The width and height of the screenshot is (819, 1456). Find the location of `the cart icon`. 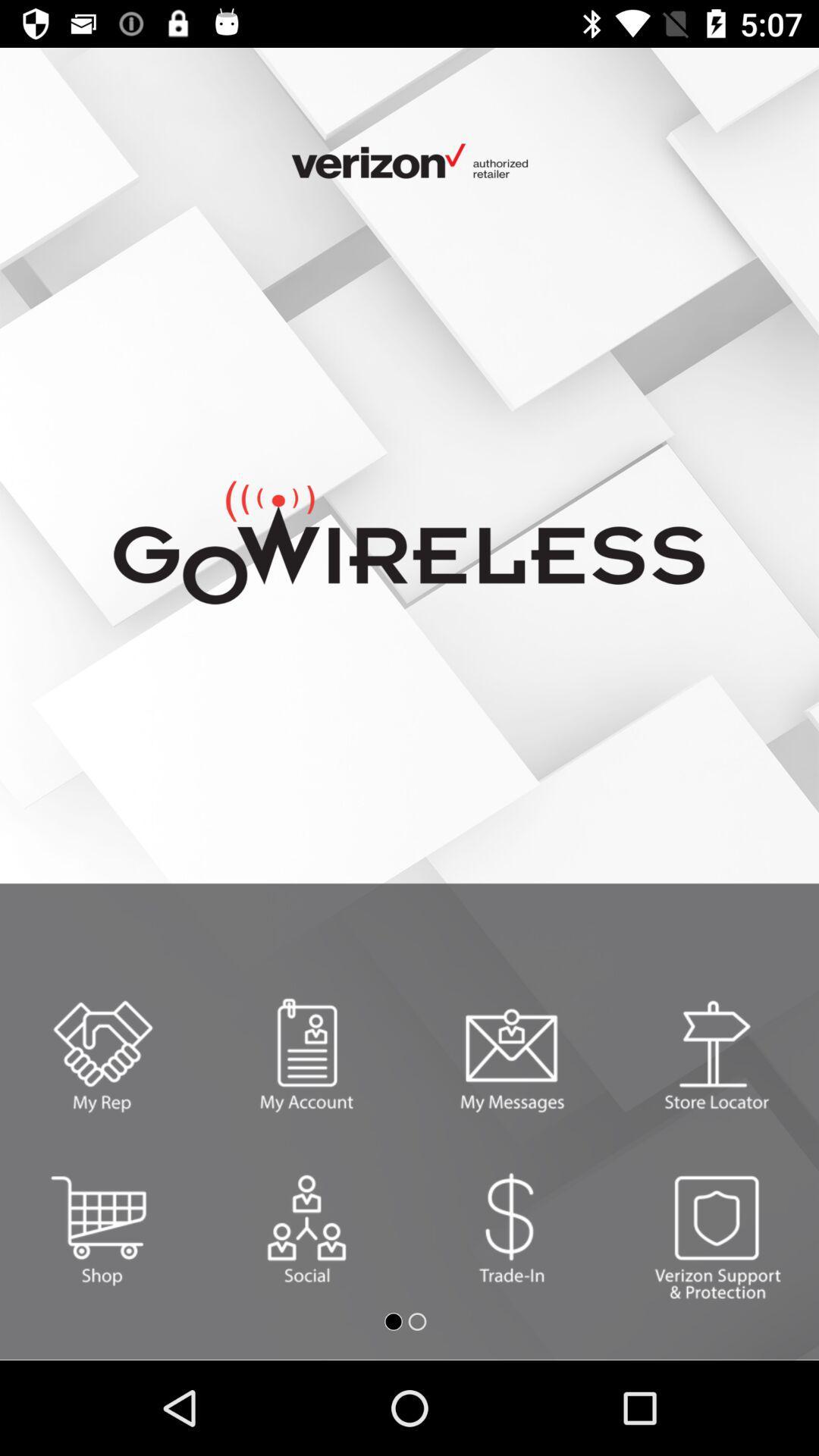

the cart icon is located at coordinates (102, 1228).